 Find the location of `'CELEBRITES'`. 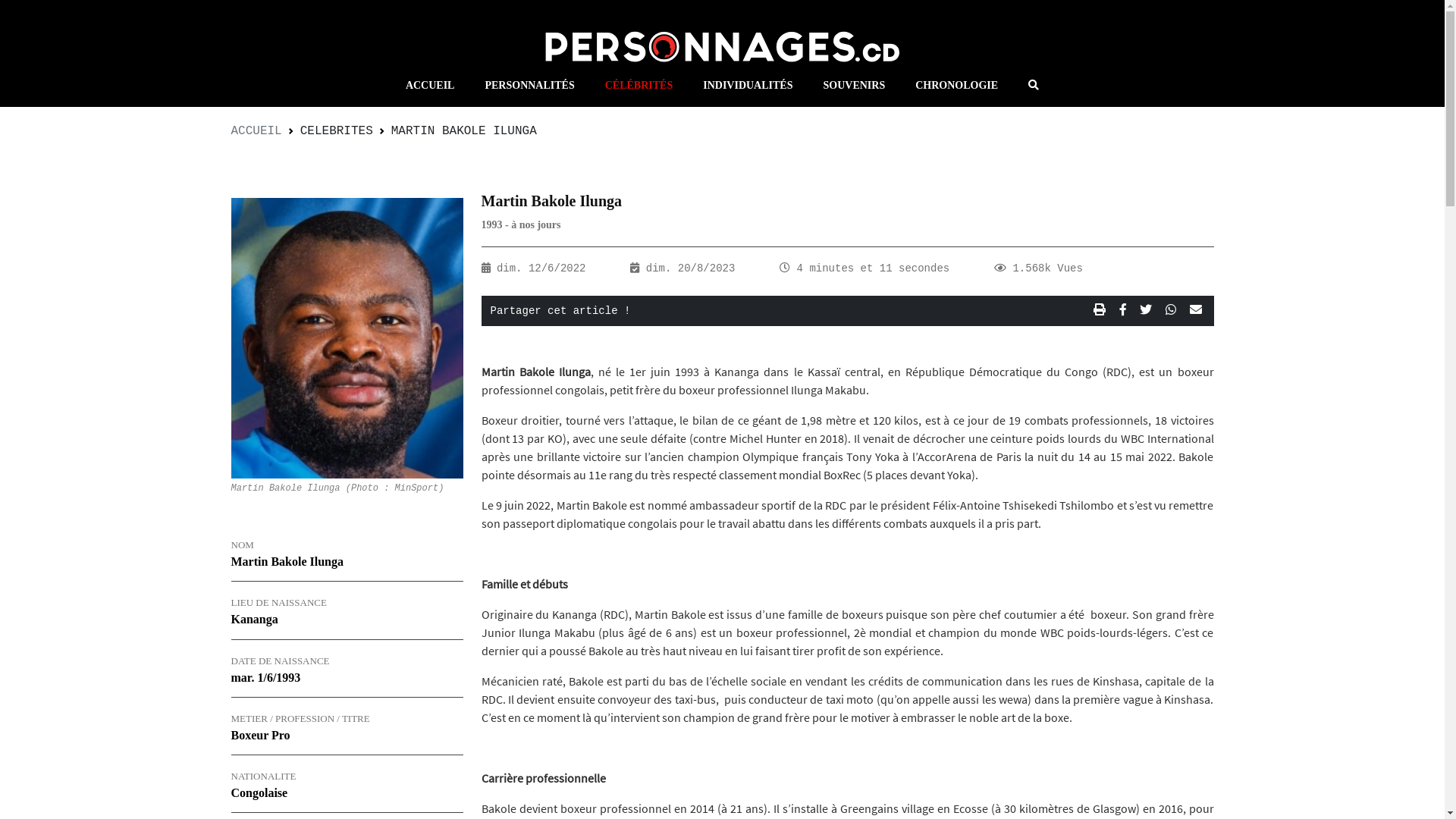

'CELEBRITES' is located at coordinates (335, 130).